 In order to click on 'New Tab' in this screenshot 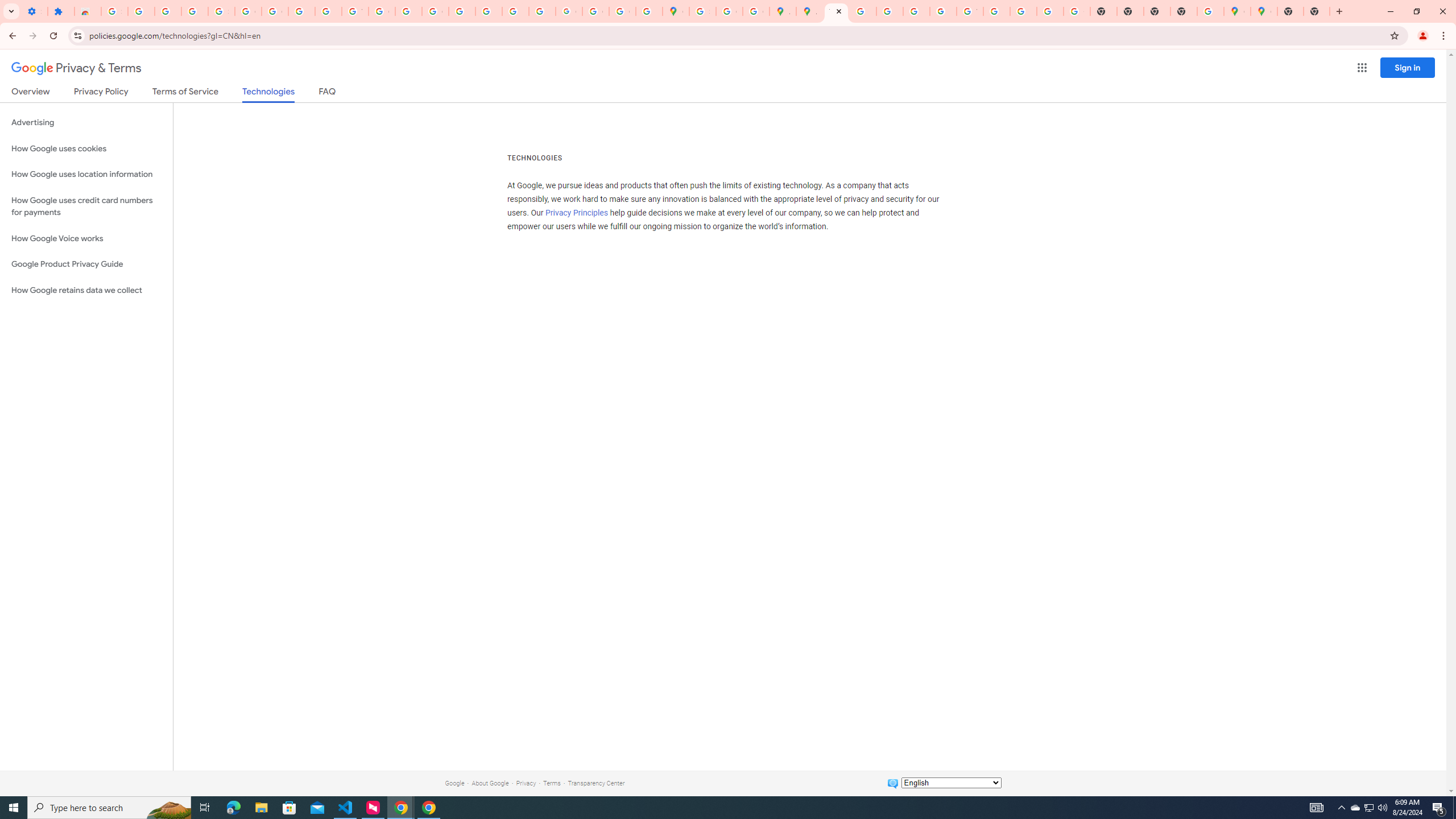, I will do `click(1290, 11)`.